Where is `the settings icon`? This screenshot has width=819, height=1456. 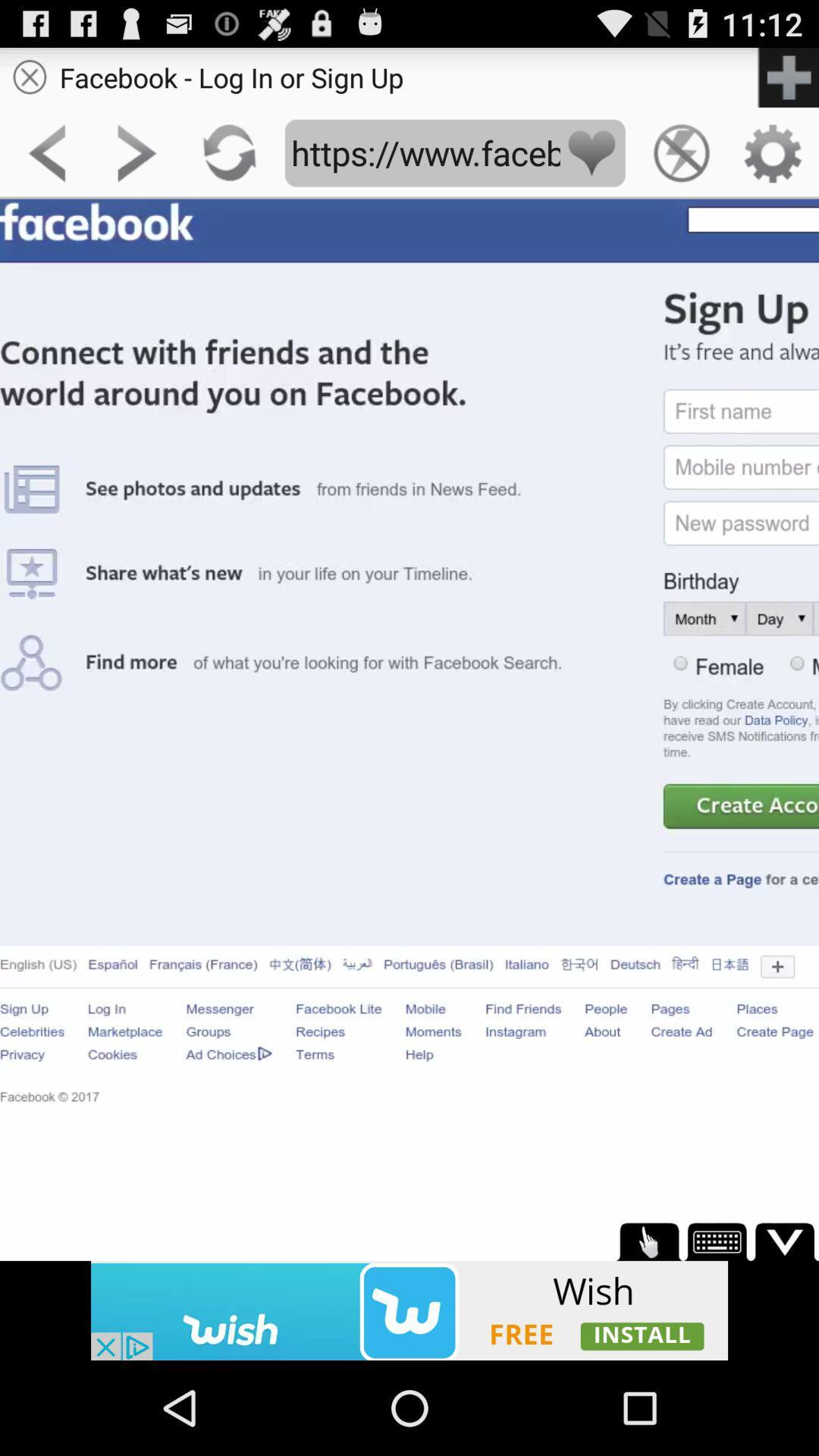
the settings icon is located at coordinates (773, 164).